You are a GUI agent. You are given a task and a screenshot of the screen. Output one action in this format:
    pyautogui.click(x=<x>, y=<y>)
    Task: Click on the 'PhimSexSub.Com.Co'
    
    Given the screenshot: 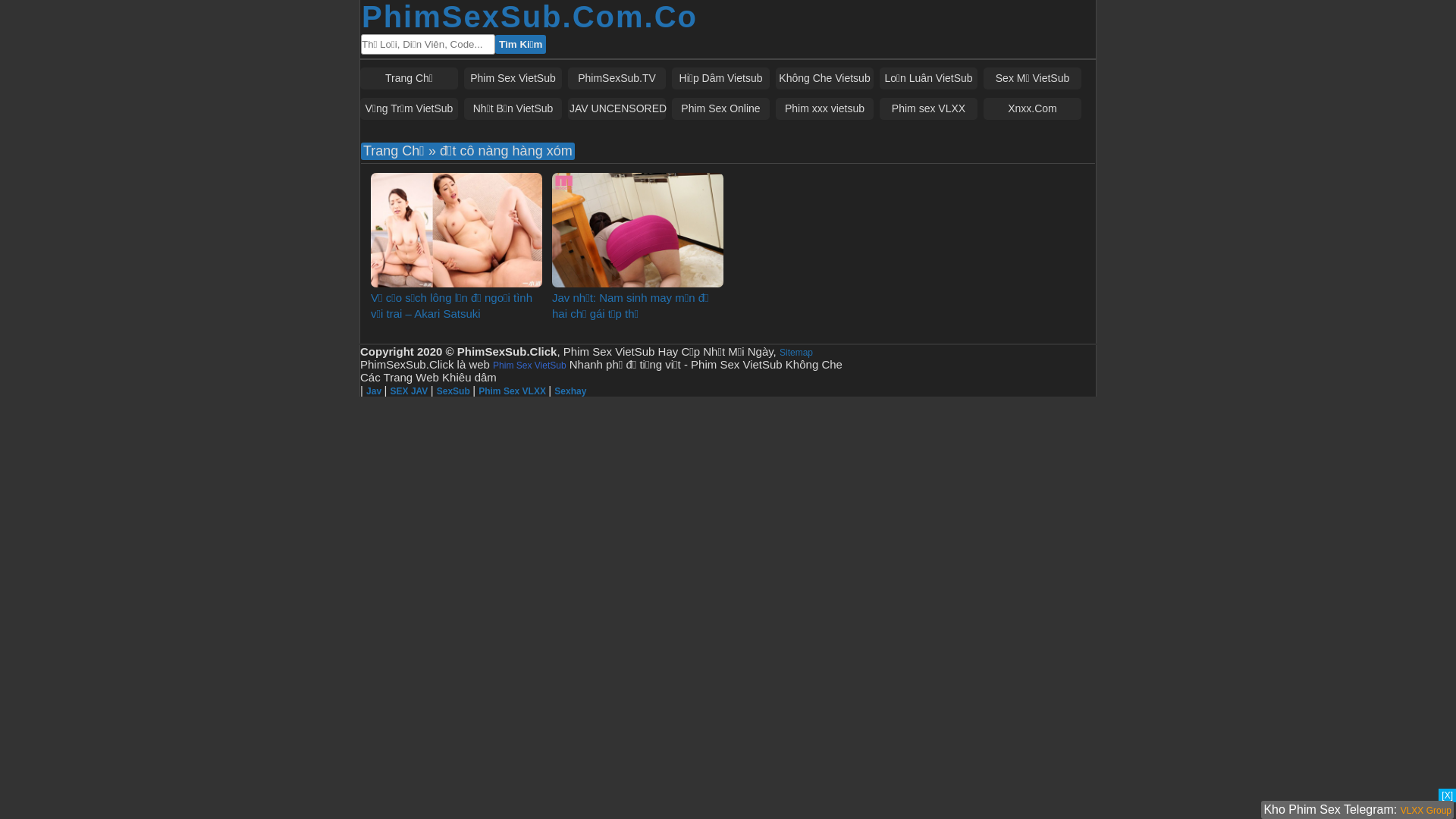 What is the action you would take?
    pyautogui.click(x=529, y=17)
    